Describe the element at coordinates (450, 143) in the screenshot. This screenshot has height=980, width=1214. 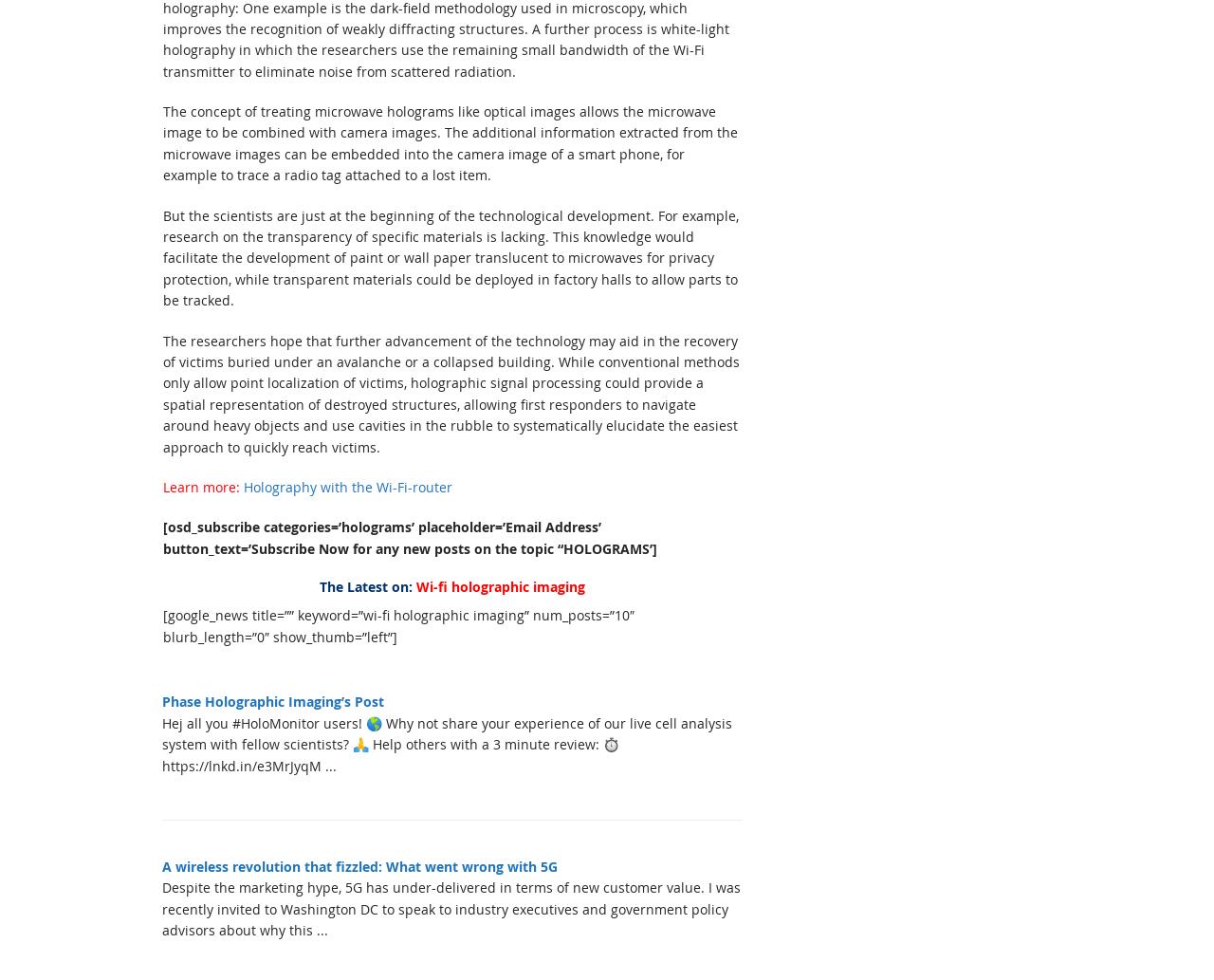
I see `'The concept of treating microwave holograms like optical images allows the microwave image to be combined with camera images. The additional information extracted from the microwave images can be embedded into the camera image of a smart phone, for example to trace a radio tag attached to a lost item.'` at that location.